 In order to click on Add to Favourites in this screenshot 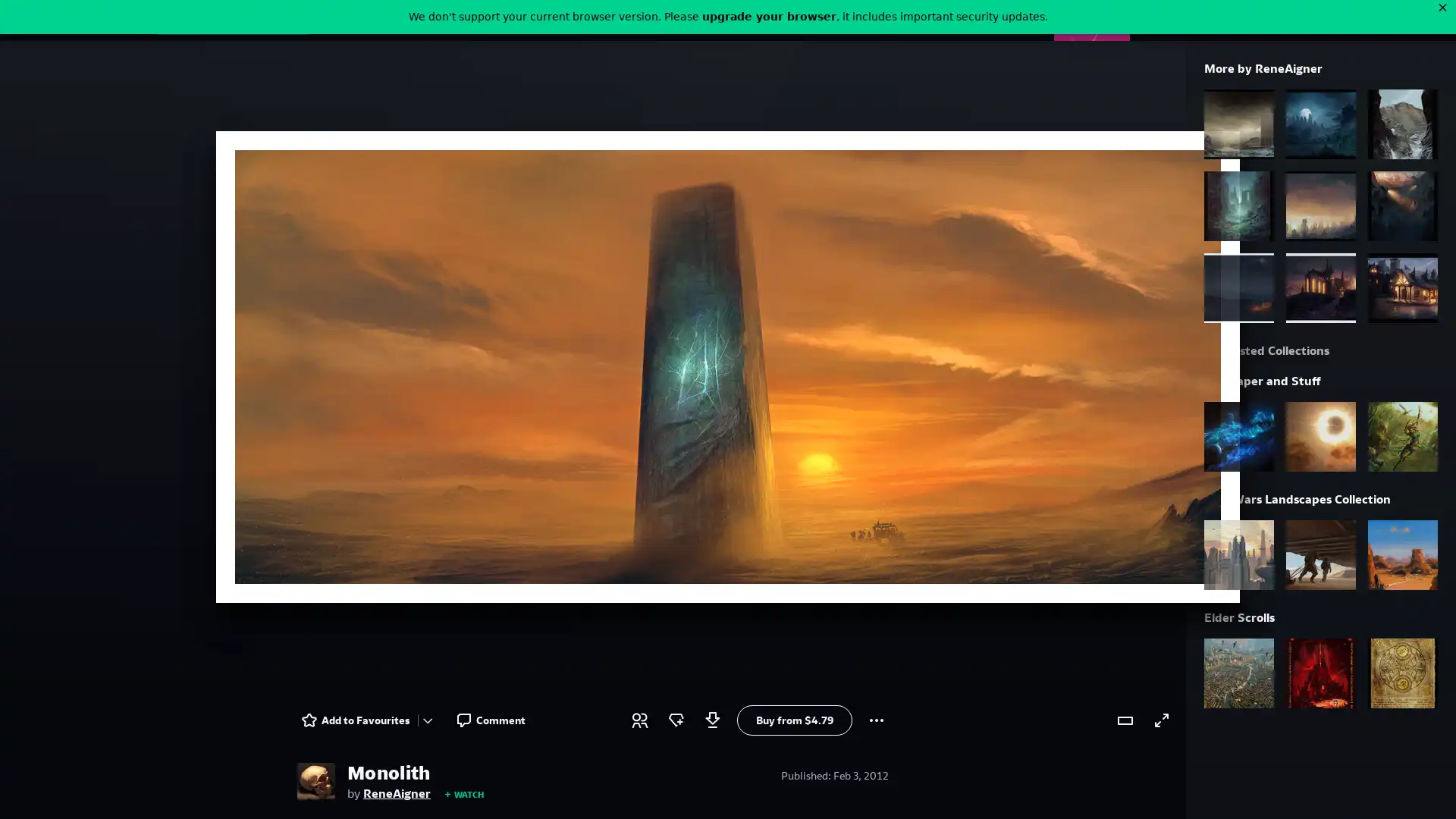, I will do `click(353, 719)`.